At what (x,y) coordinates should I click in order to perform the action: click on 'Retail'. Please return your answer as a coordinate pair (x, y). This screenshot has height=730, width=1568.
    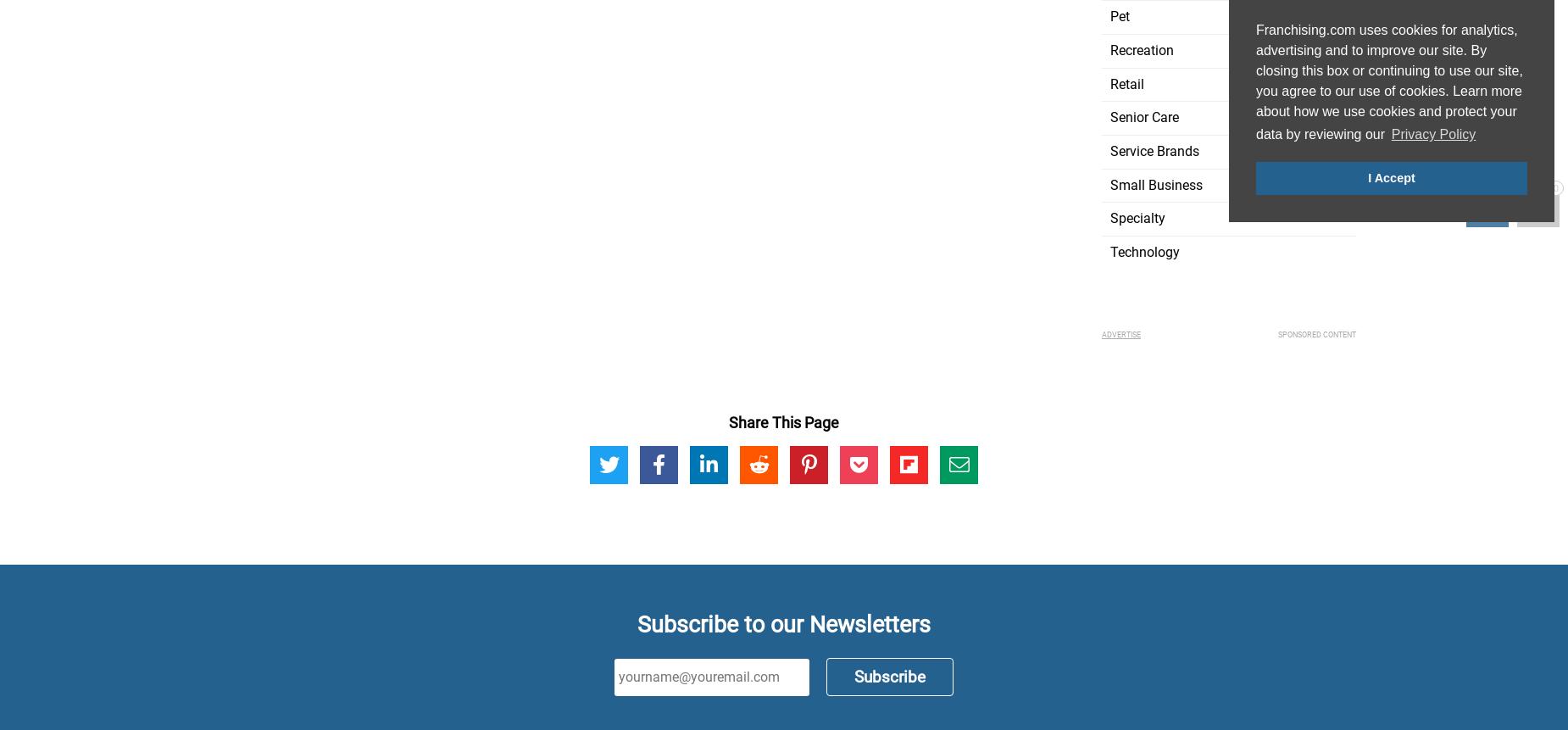
    Looking at the image, I should click on (1126, 82).